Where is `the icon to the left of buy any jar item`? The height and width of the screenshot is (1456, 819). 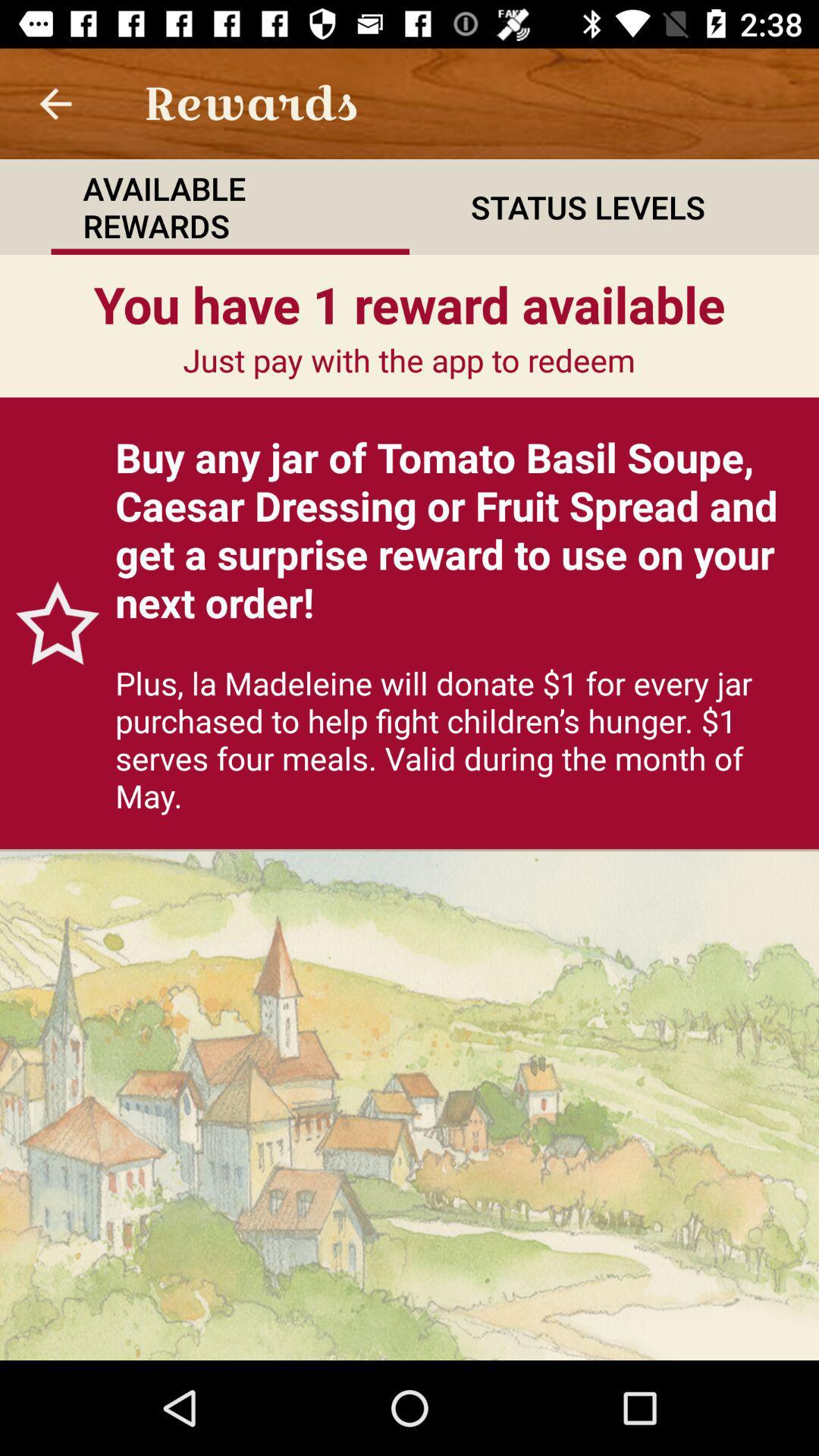
the icon to the left of buy any jar item is located at coordinates (49, 623).